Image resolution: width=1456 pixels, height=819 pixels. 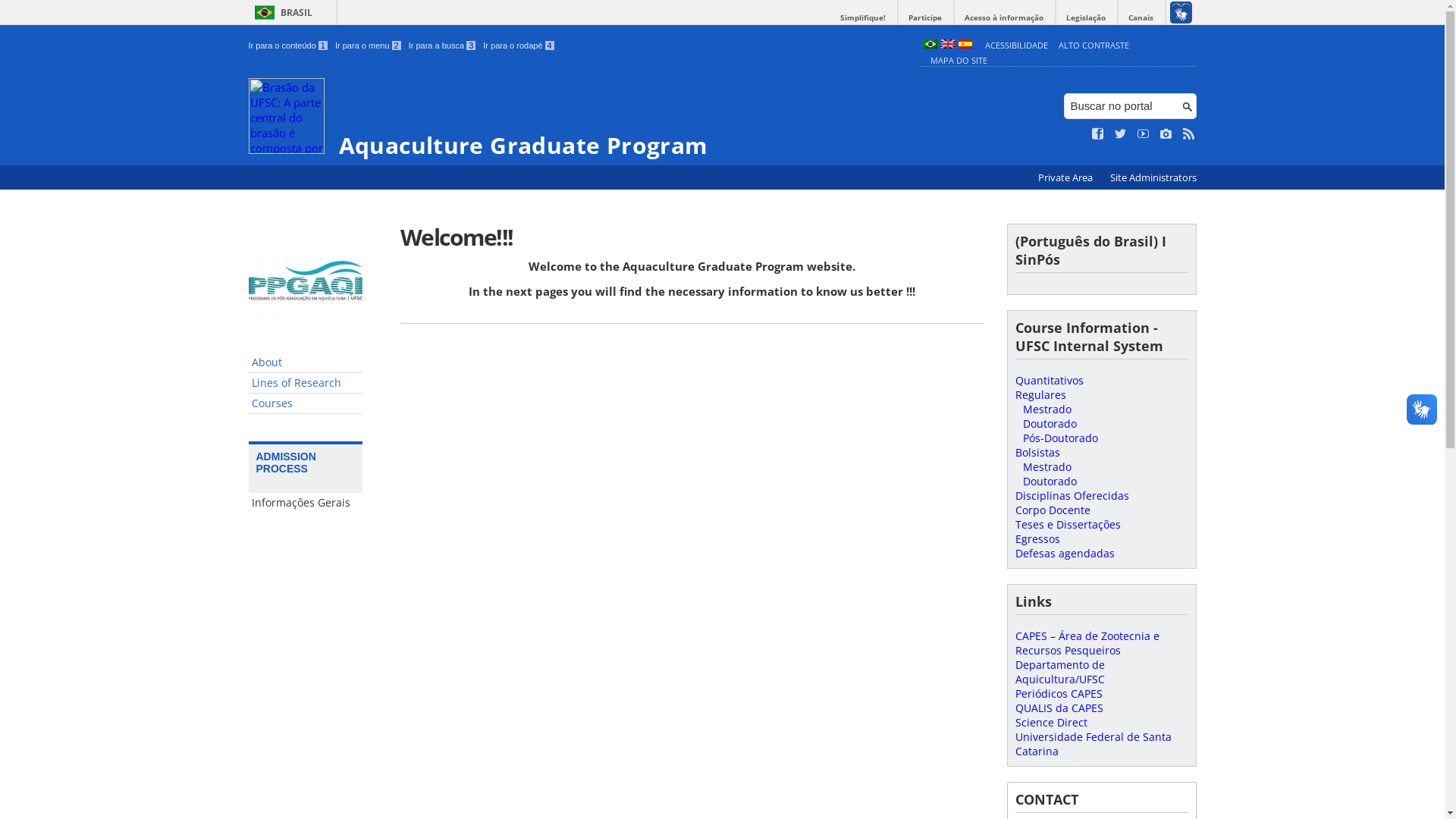 I want to click on 'English (en)', so click(x=946, y=44).